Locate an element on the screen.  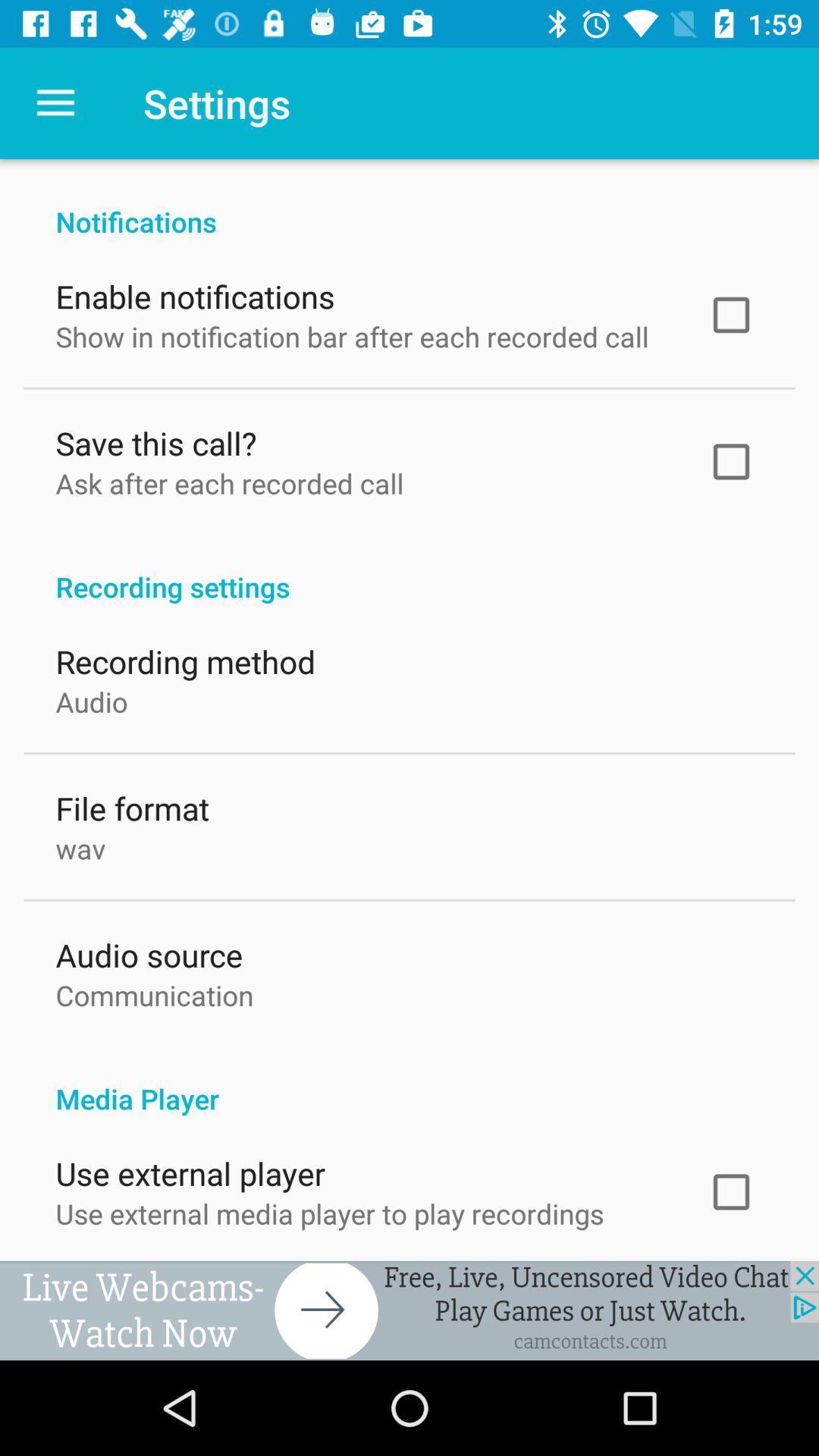
icon above the save this call? item is located at coordinates (352, 332).